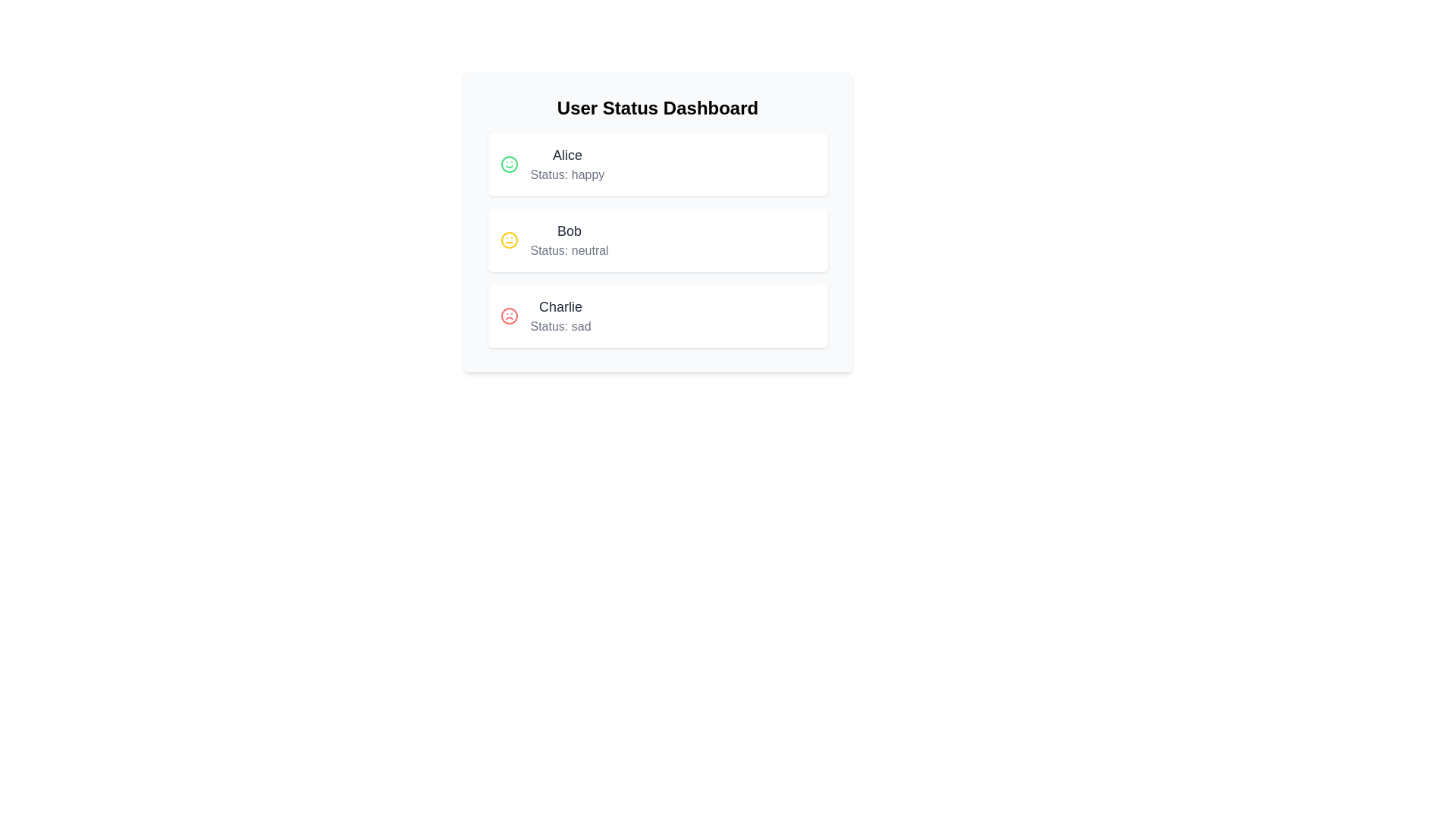 The width and height of the screenshot is (1456, 819). Describe the element at coordinates (560, 315) in the screenshot. I see `the text block displaying the user name 'Charlie' and their current status 'sad', located in the third row of the 'User Status Dashboard' list` at that location.